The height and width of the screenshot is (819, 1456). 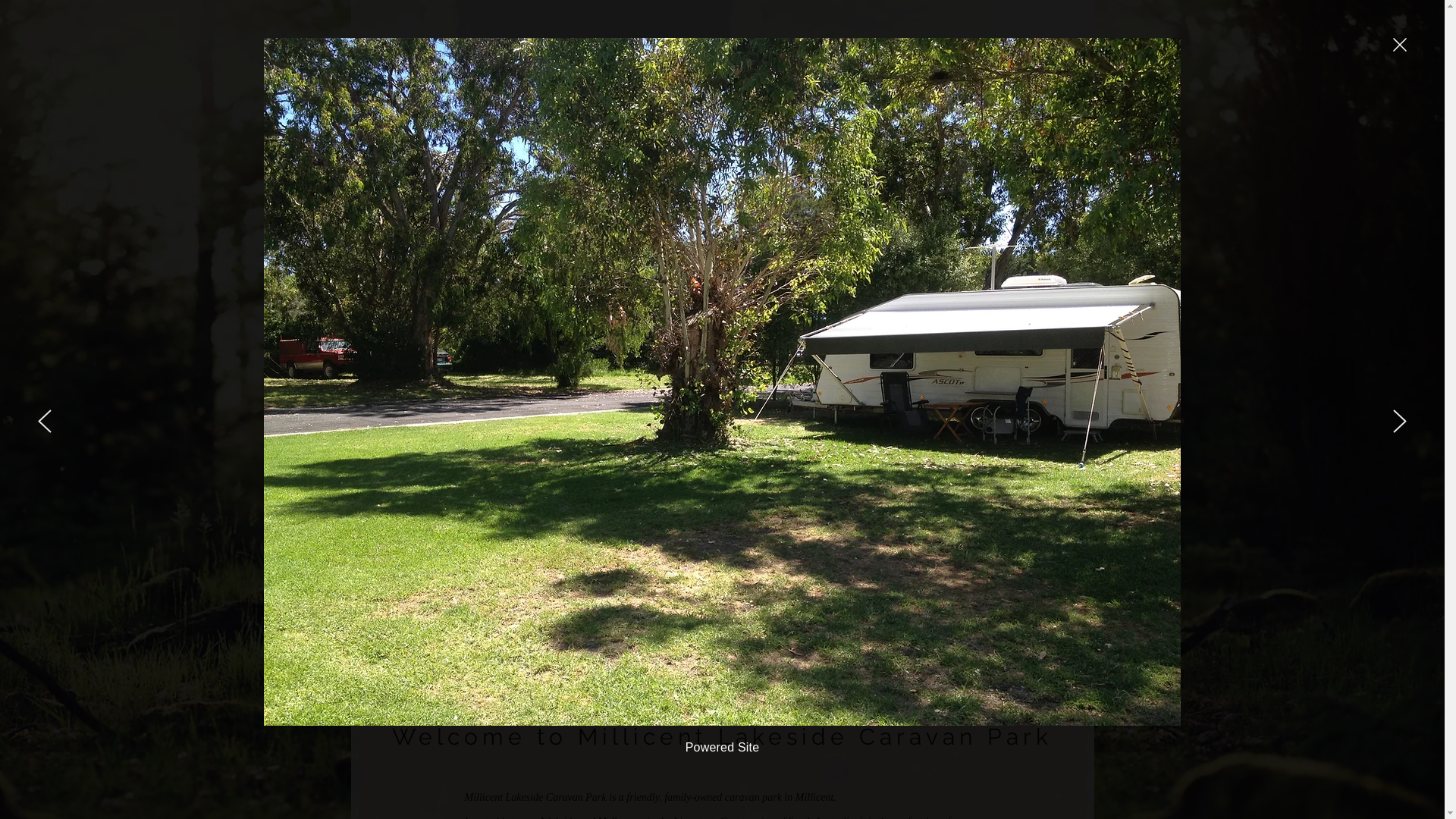 What do you see at coordinates (465, 99) in the screenshot?
I see `'Logo Clear Raleway.png'` at bounding box center [465, 99].